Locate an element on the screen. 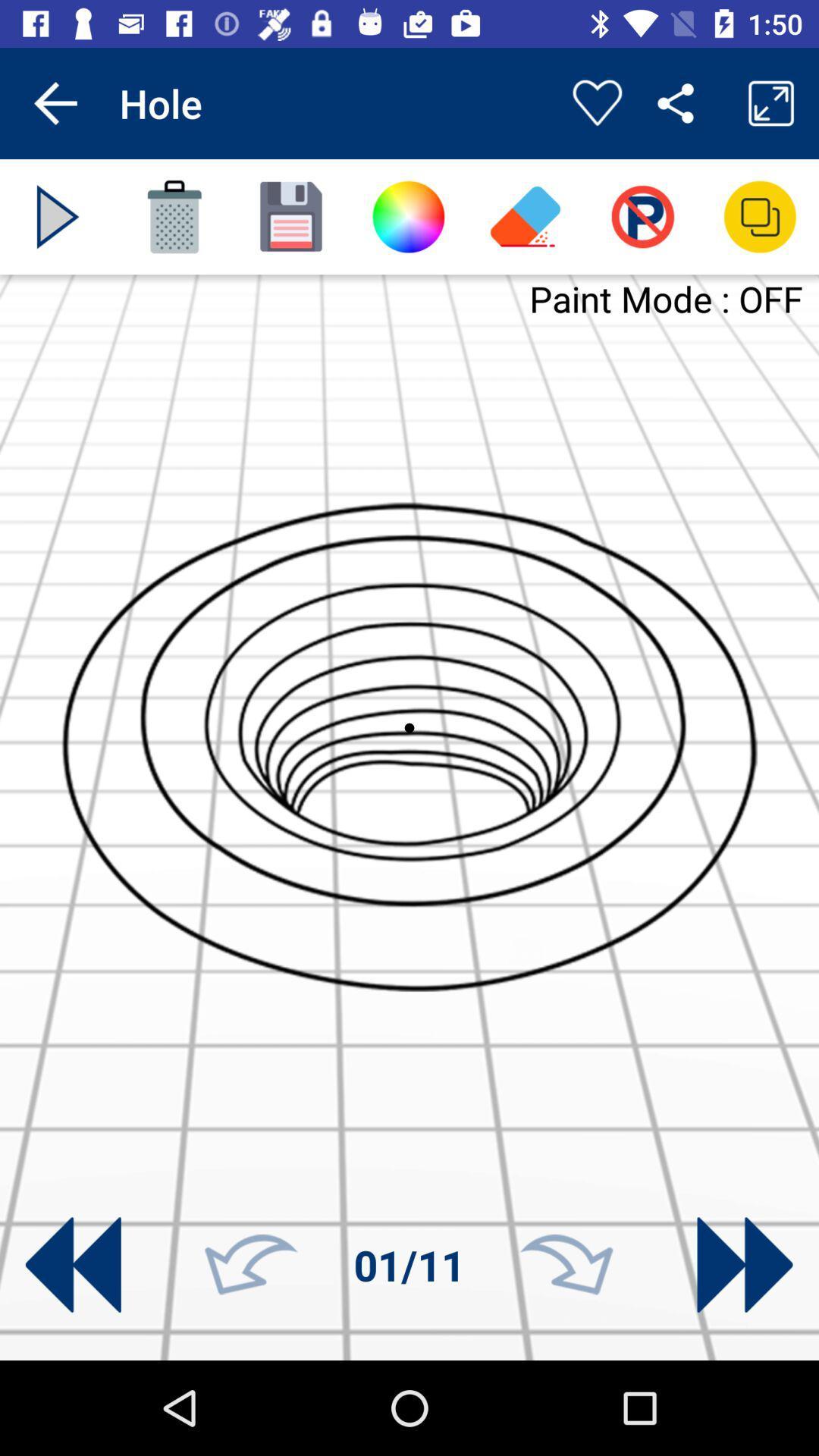 Image resolution: width=819 pixels, height=1456 pixels. the av_rewind icon is located at coordinates (73, 1265).